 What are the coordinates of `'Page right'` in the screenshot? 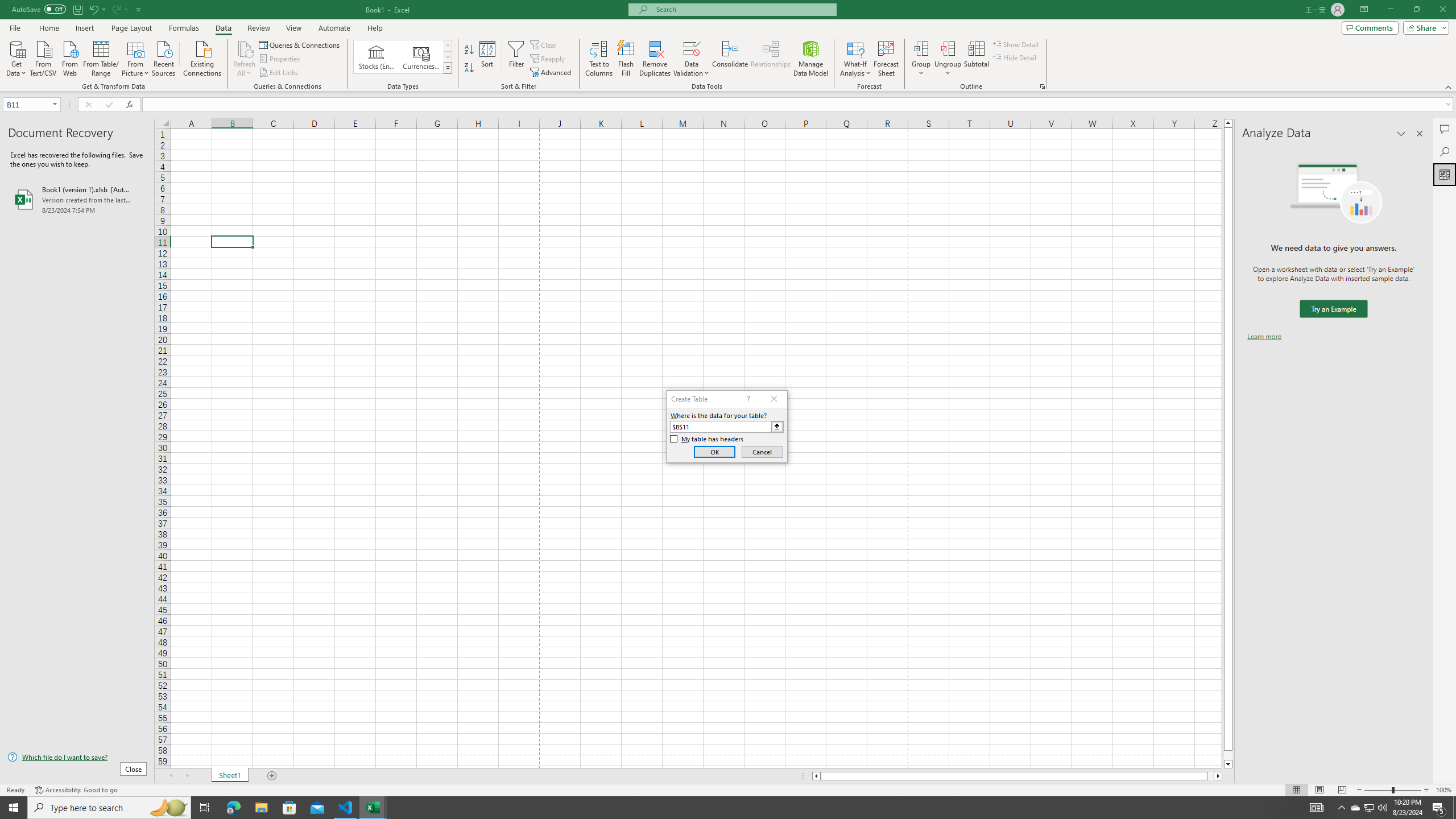 It's located at (1210, 775).